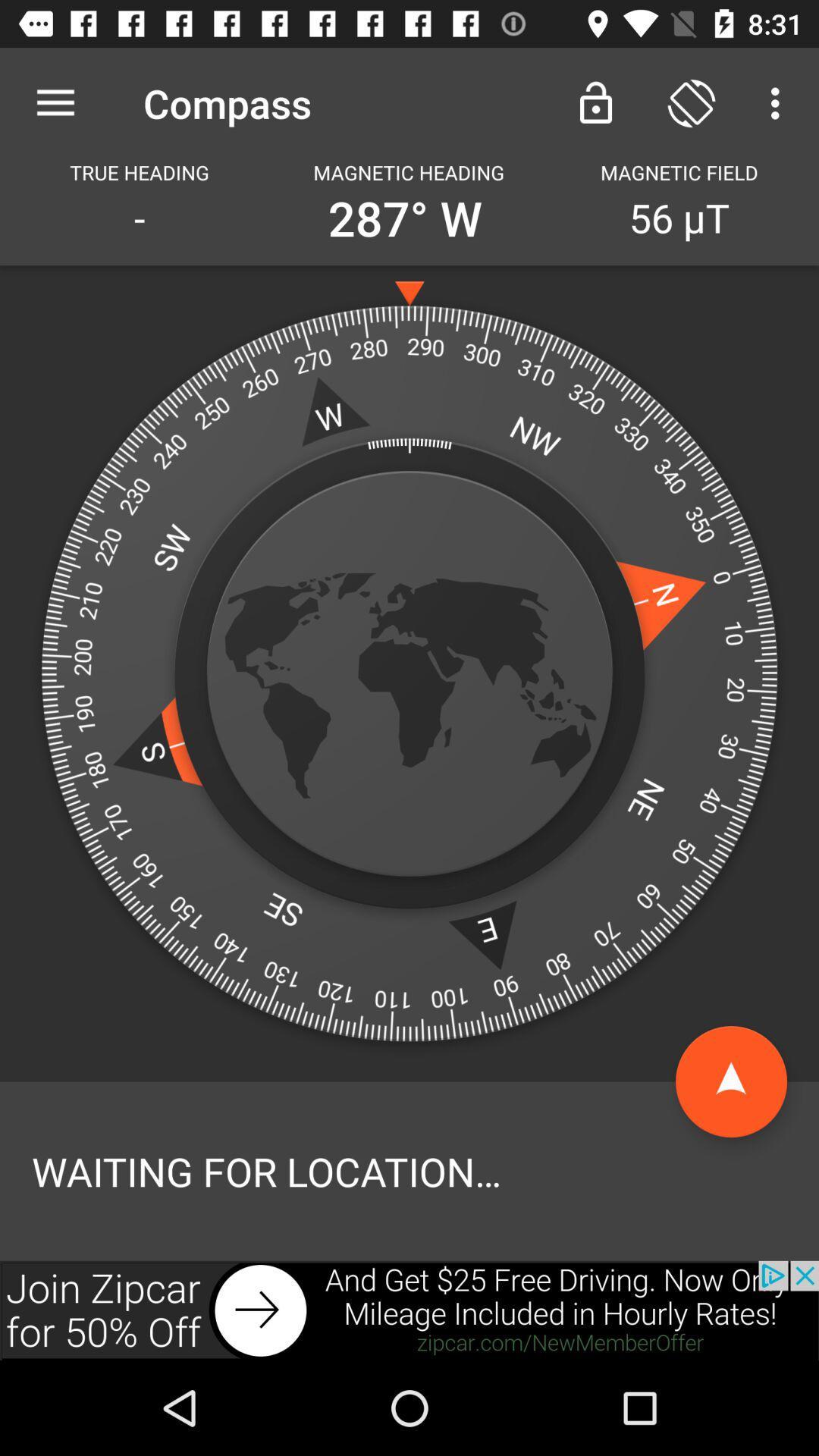 This screenshot has height=1456, width=819. Describe the element at coordinates (730, 1081) in the screenshot. I see `going to top page` at that location.